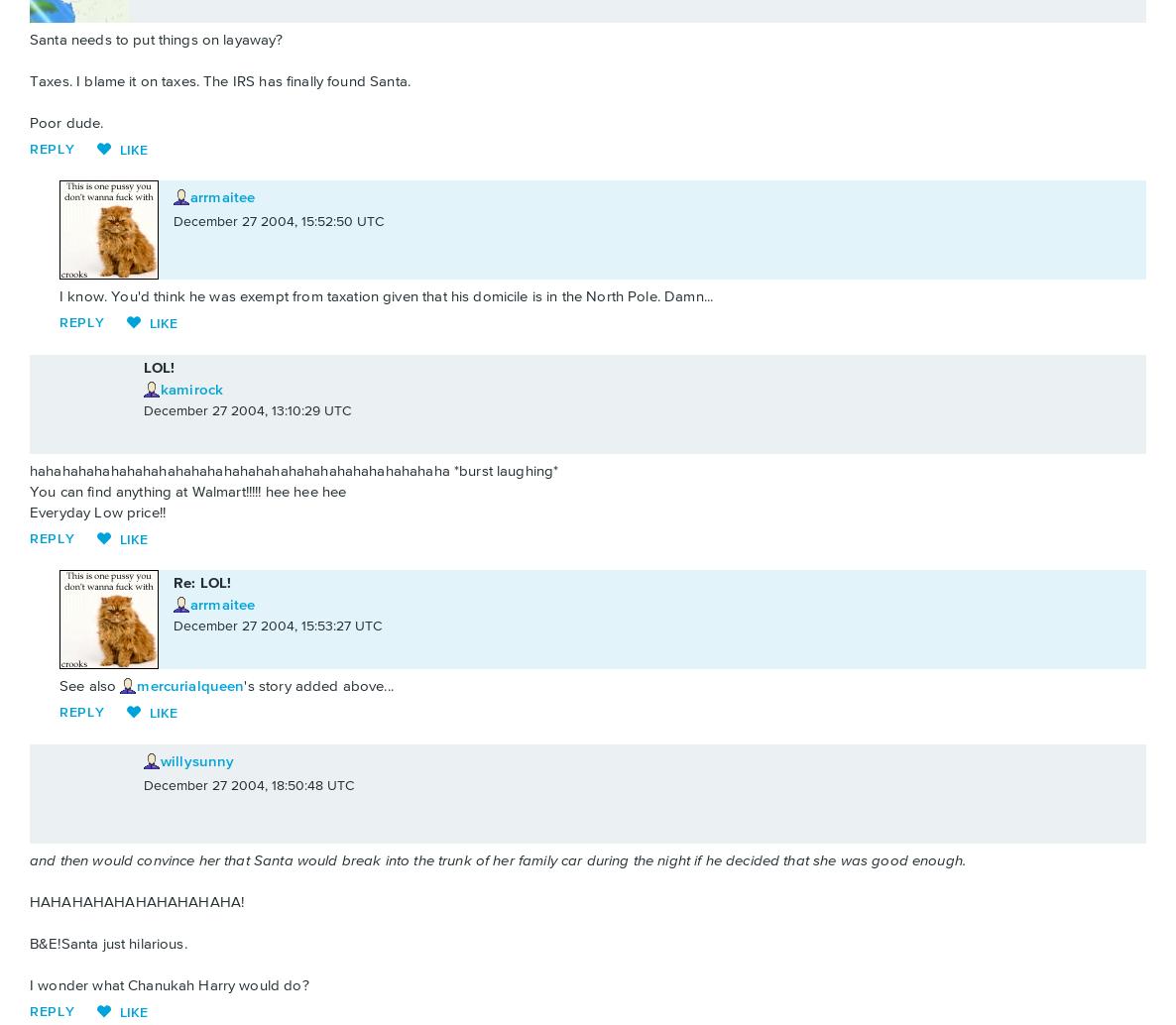 Image resolution: width=1176 pixels, height=1025 pixels. Describe the element at coordinates (247, 784) in the screenshot. I see `'December 27 2004, 18:50:48 UTC'` at that location.